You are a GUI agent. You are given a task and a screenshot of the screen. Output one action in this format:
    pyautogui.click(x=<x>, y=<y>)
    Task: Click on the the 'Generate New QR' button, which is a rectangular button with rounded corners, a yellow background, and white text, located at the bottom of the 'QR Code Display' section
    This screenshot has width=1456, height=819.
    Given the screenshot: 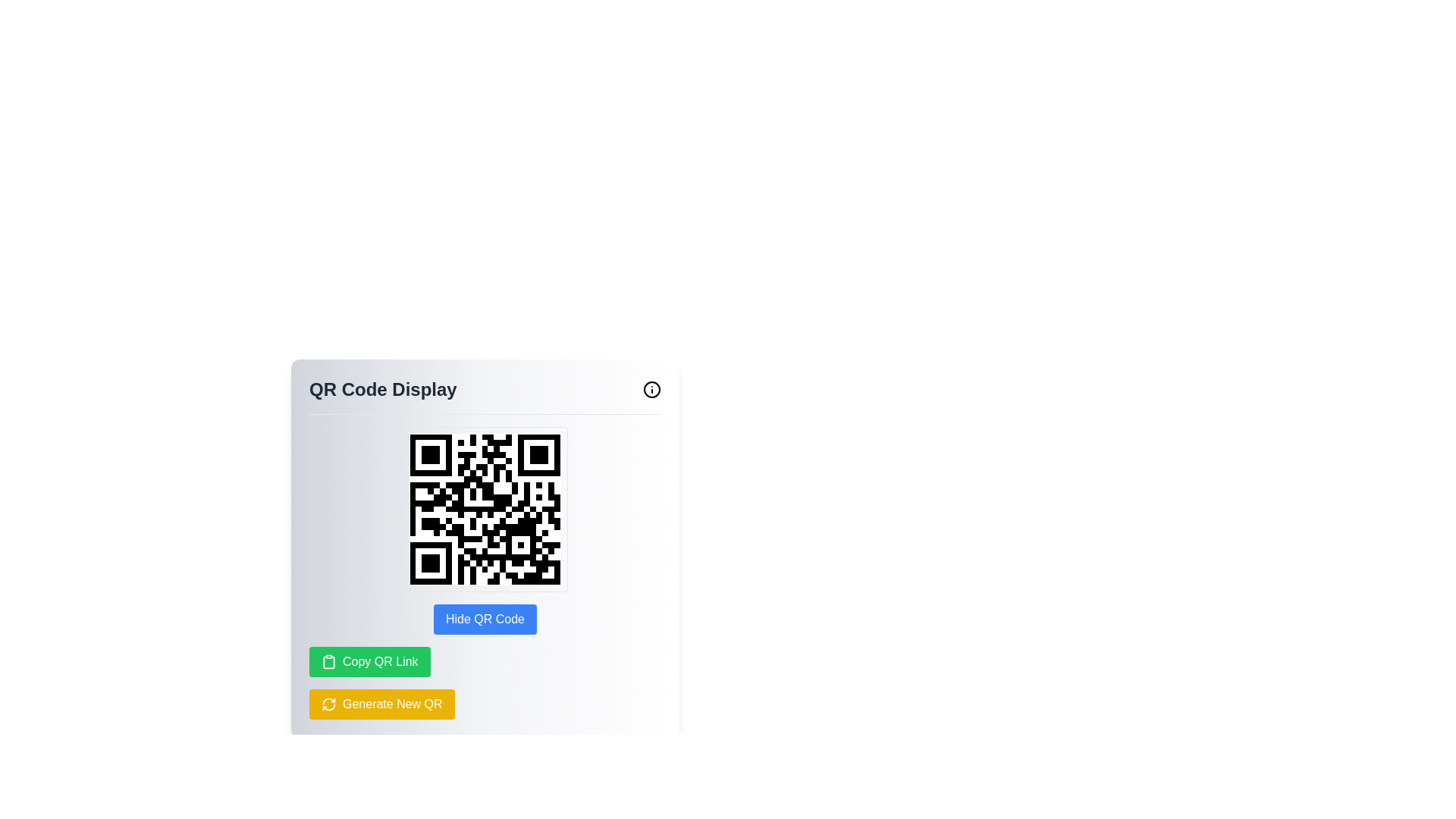 What is the action you would take?
    pyautogui.click(x=381, y=704)
    